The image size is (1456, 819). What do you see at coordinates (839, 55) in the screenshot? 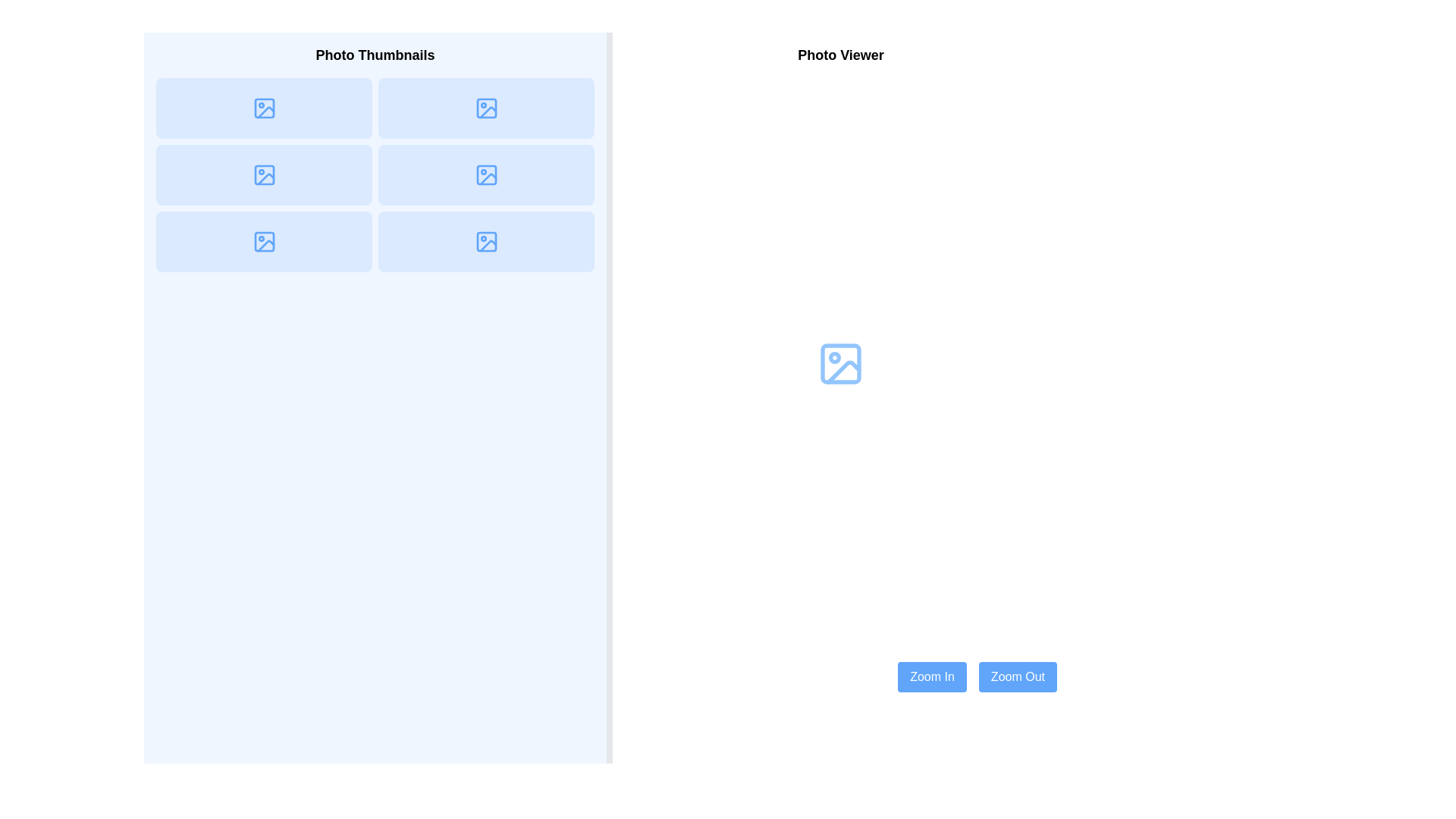
I see `the static text header displaying 'Photo Viewer', which is a large, bold font text centered at the top of the main content area` at bounding box center [839, 55].